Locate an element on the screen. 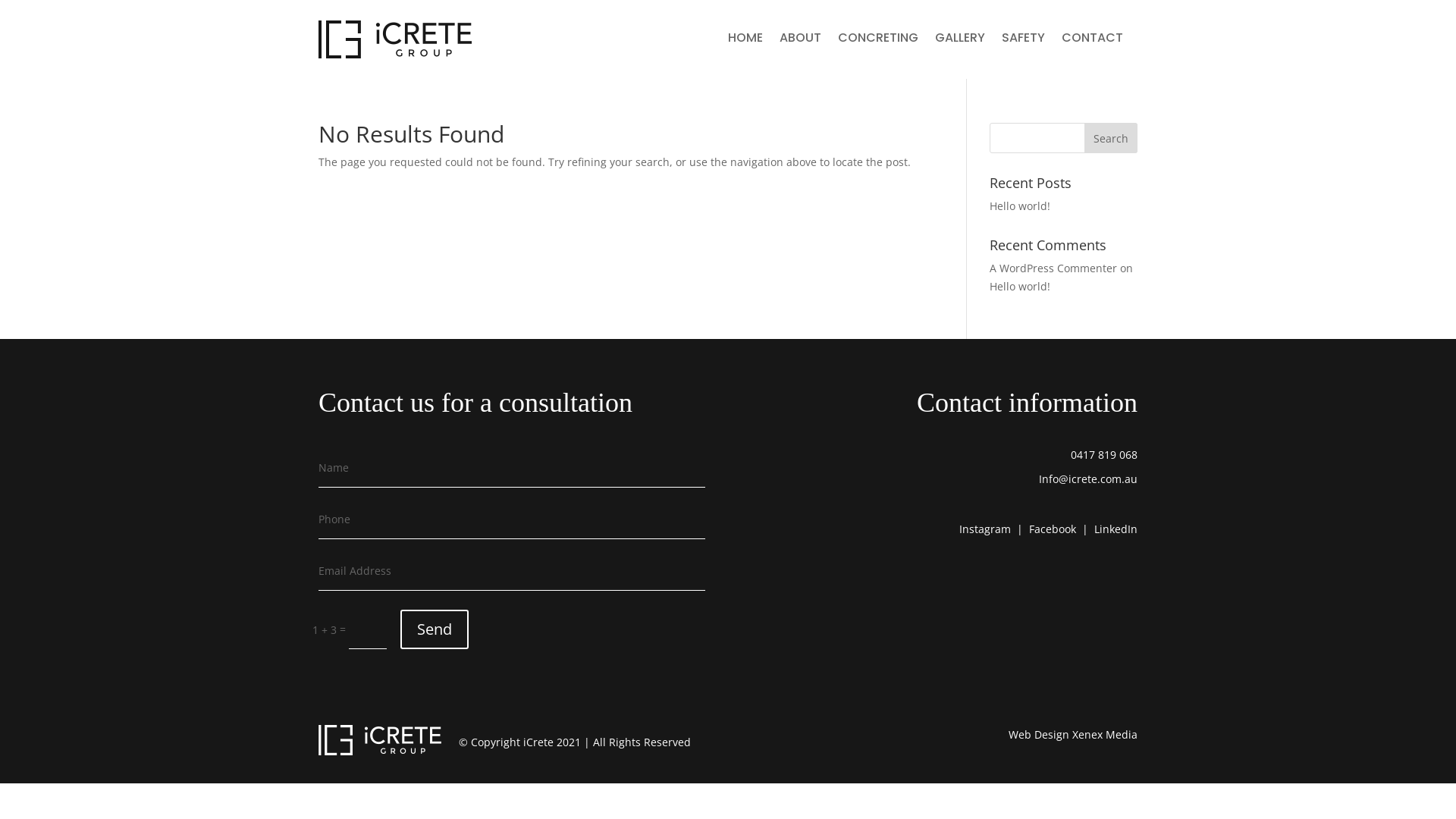 This screenshot has height=819, width=1456. 'Hello world!' is located at coordinates (990, 206).